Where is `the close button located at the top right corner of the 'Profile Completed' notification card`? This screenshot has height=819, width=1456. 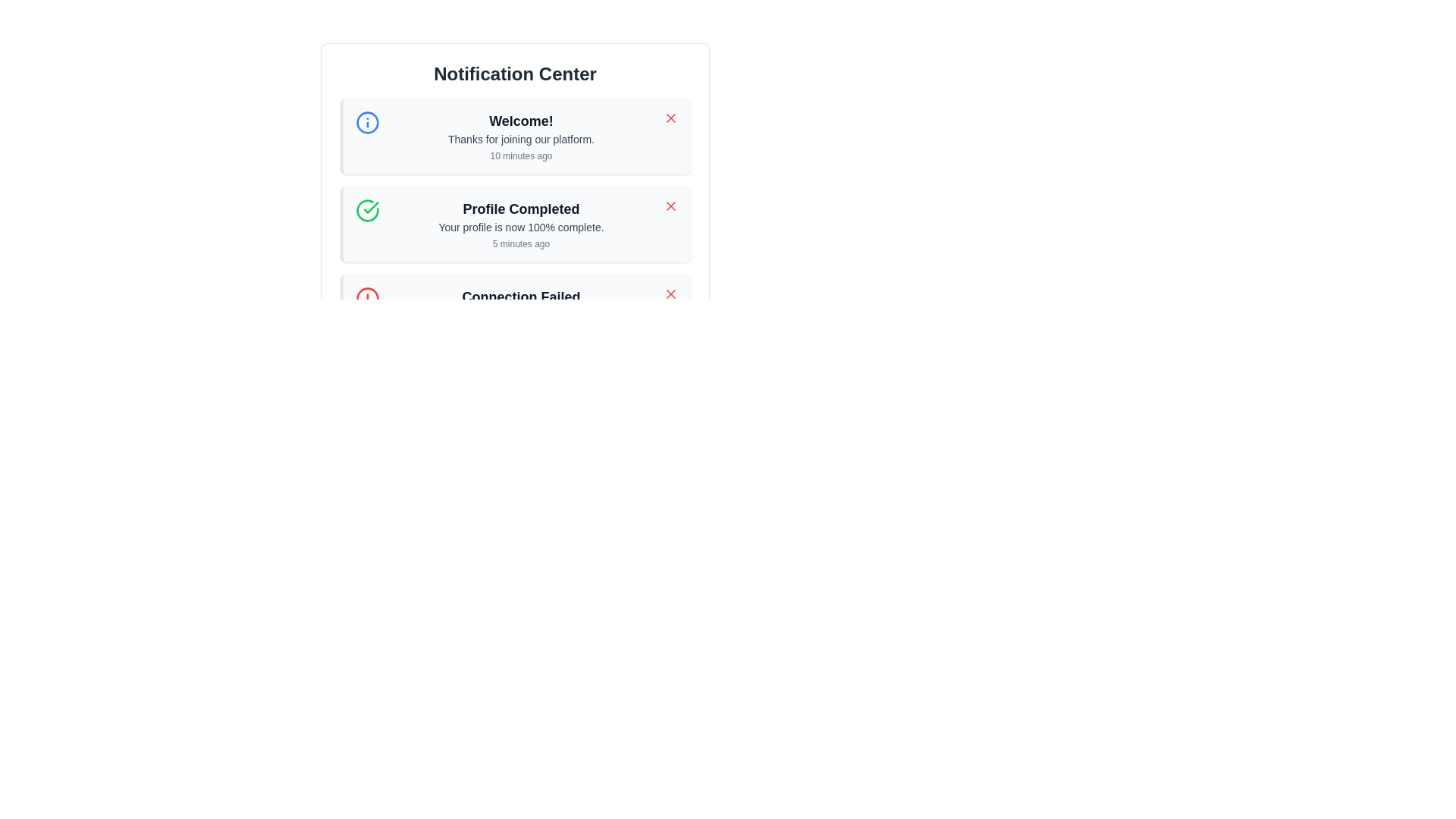
the close button located at the top right corner of the 'Profile Completed' notification card is located at coordinates (670, 206).